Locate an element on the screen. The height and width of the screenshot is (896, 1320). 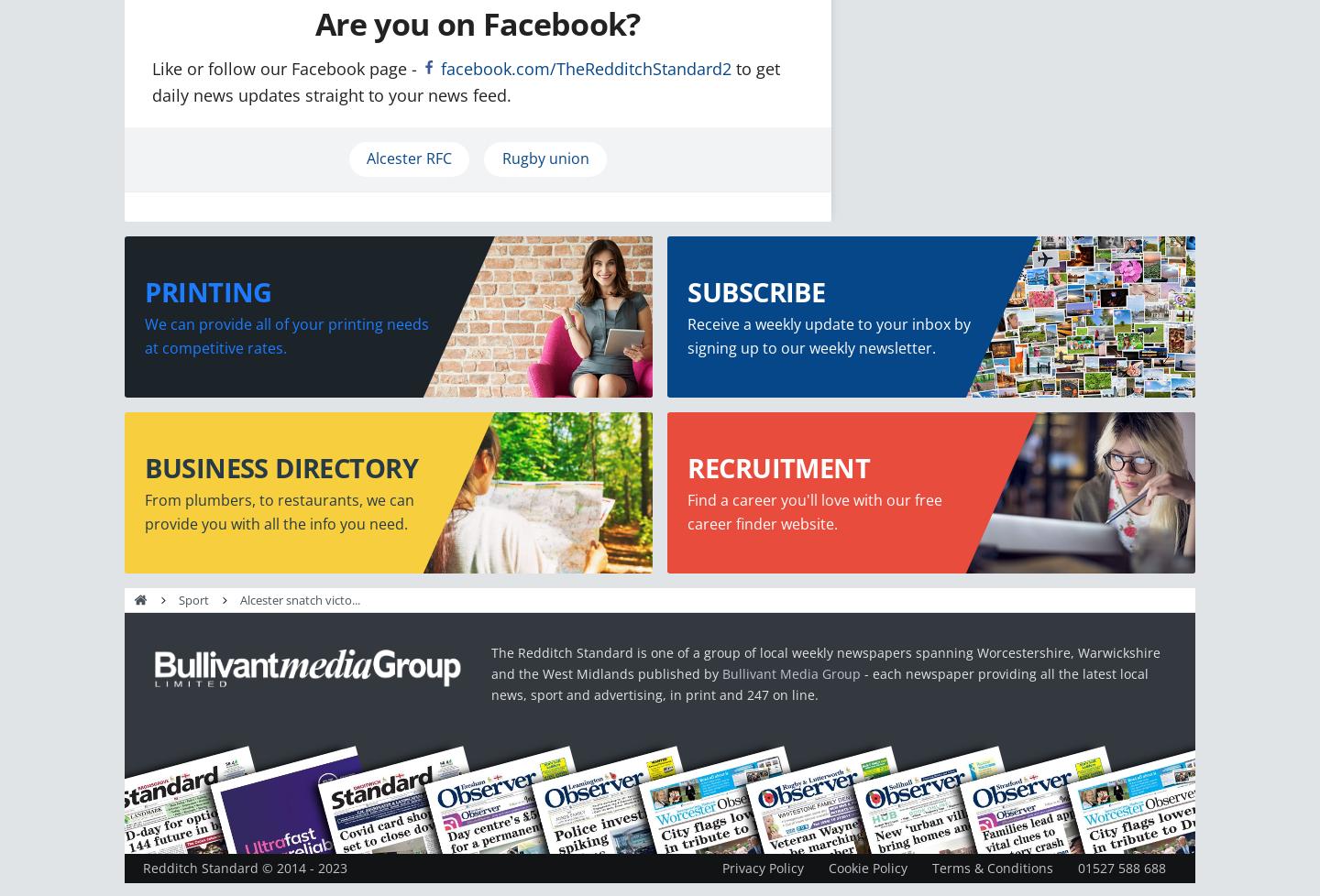
'Rugby union' is located at coordinates (544, 158).